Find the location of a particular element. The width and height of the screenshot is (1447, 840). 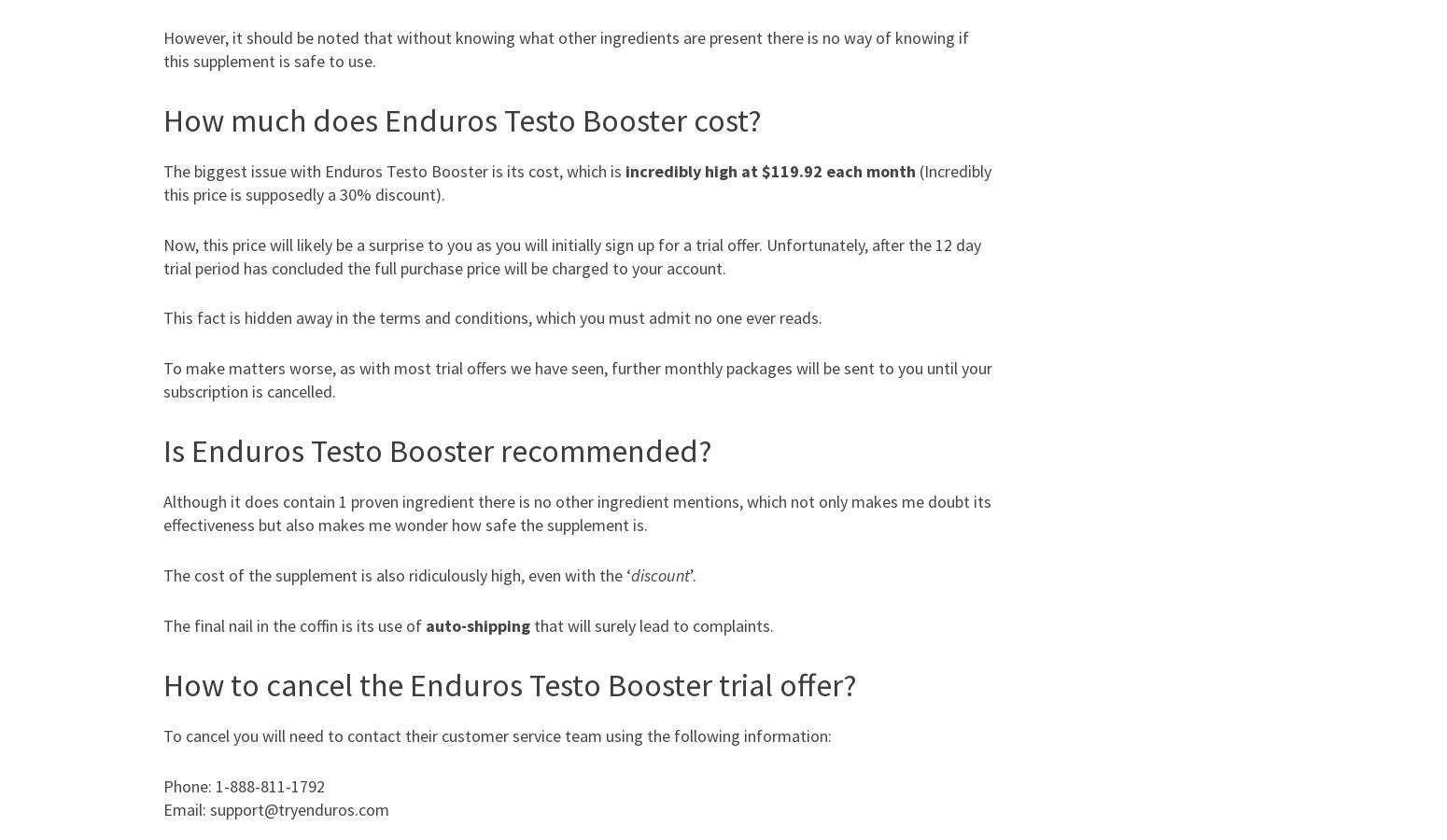

'Tia Blanco' is located at coordinates (1173, 48).